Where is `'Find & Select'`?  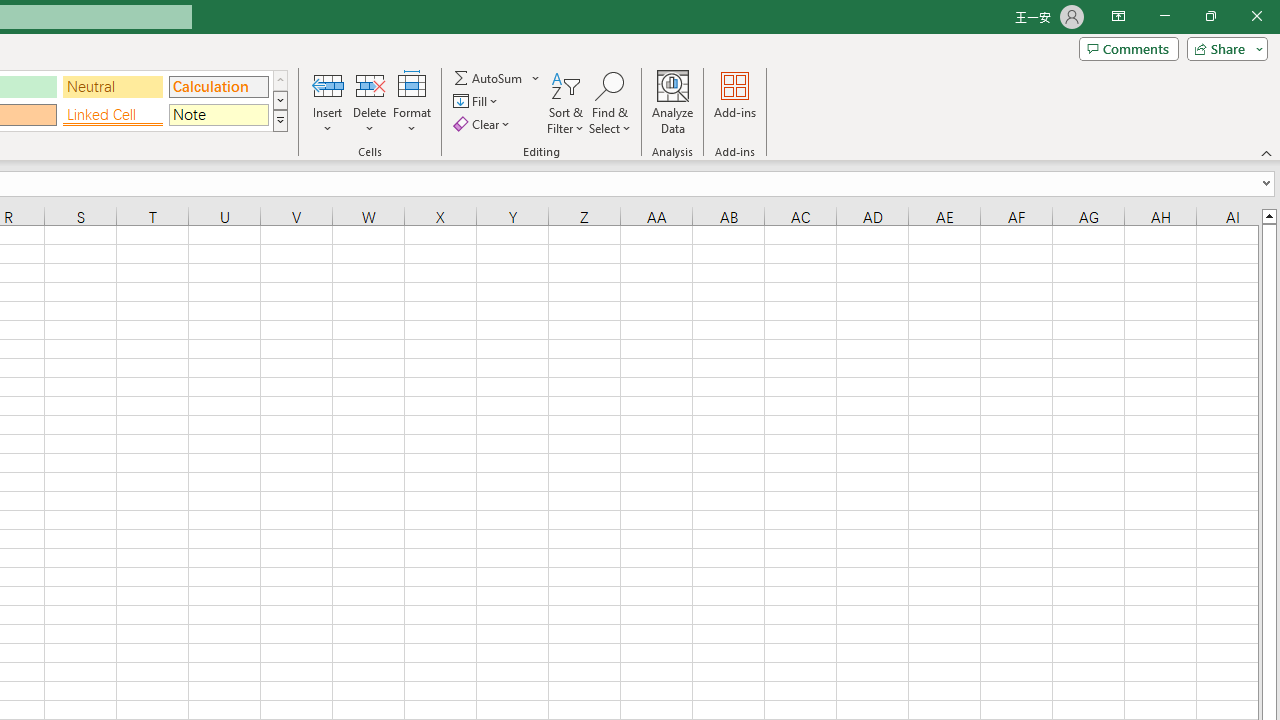
'Find & Select' is located at coordinates (609, 103).